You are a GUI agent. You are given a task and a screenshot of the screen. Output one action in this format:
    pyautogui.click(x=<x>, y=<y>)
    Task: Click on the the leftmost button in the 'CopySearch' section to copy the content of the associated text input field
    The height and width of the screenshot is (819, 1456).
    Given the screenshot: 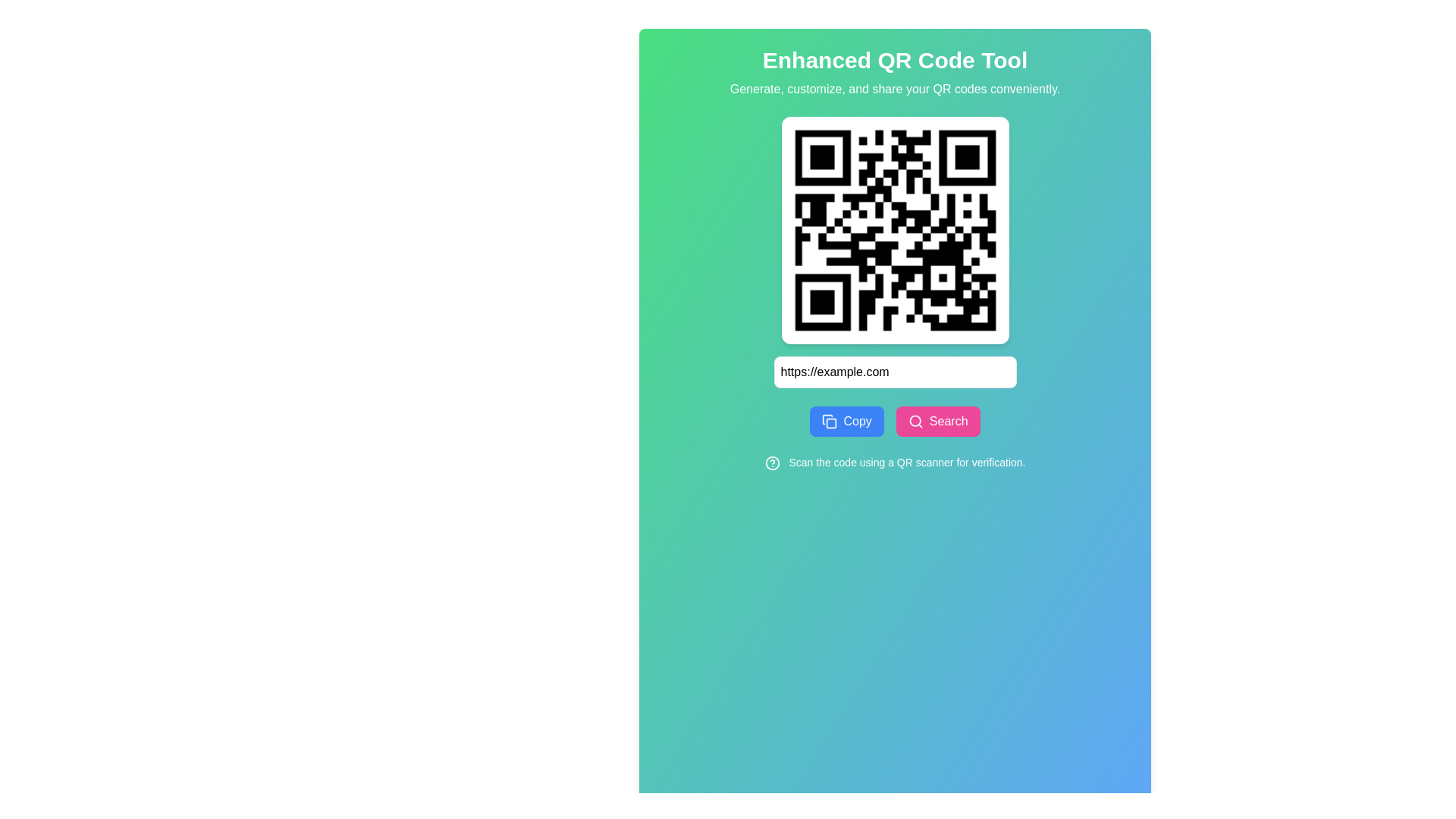 What is the action you would take?
    pyautogui.click(x=846, y=421)
    